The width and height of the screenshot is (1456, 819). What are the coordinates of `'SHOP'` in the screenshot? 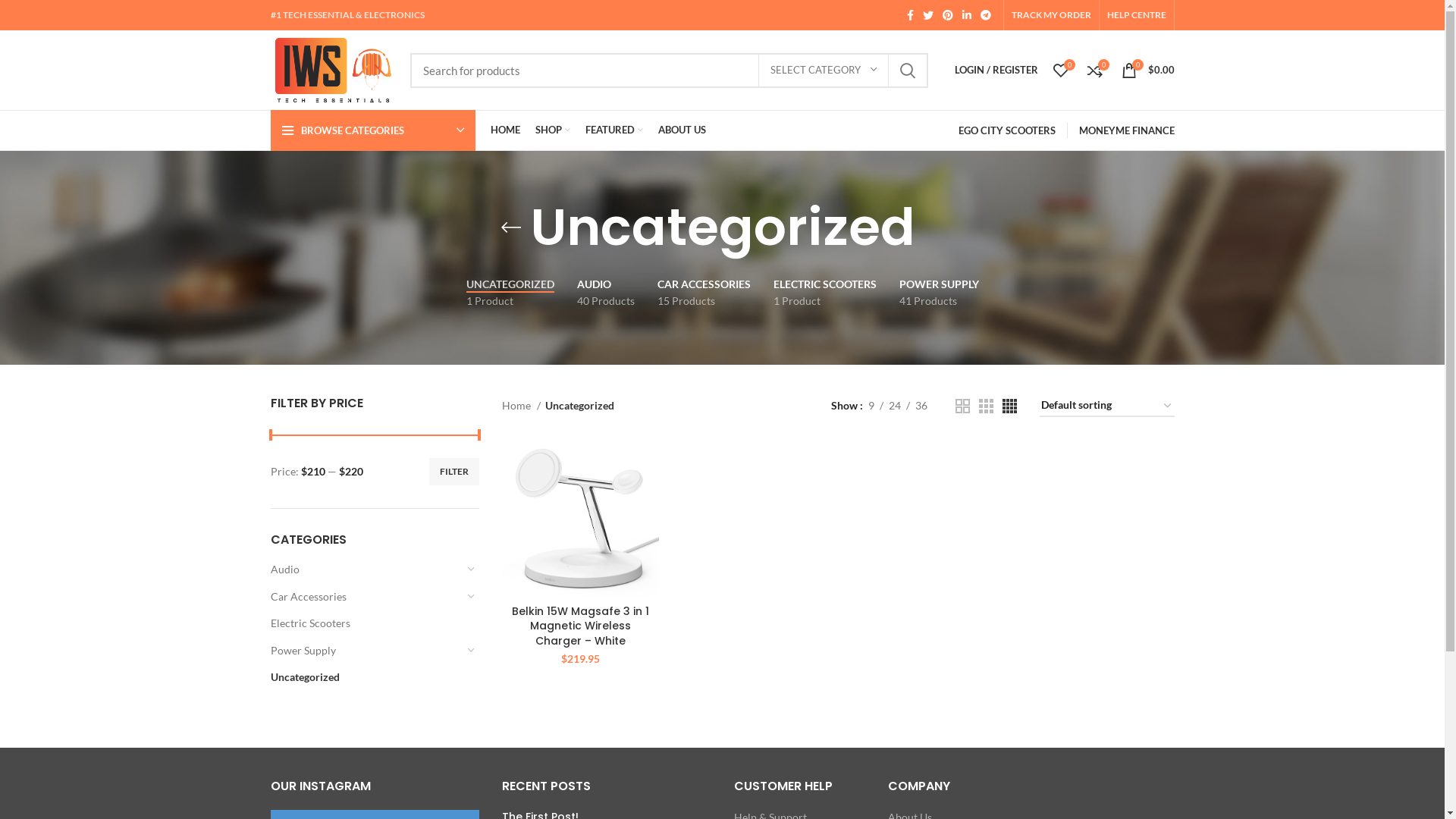 It's located at (528, 130).